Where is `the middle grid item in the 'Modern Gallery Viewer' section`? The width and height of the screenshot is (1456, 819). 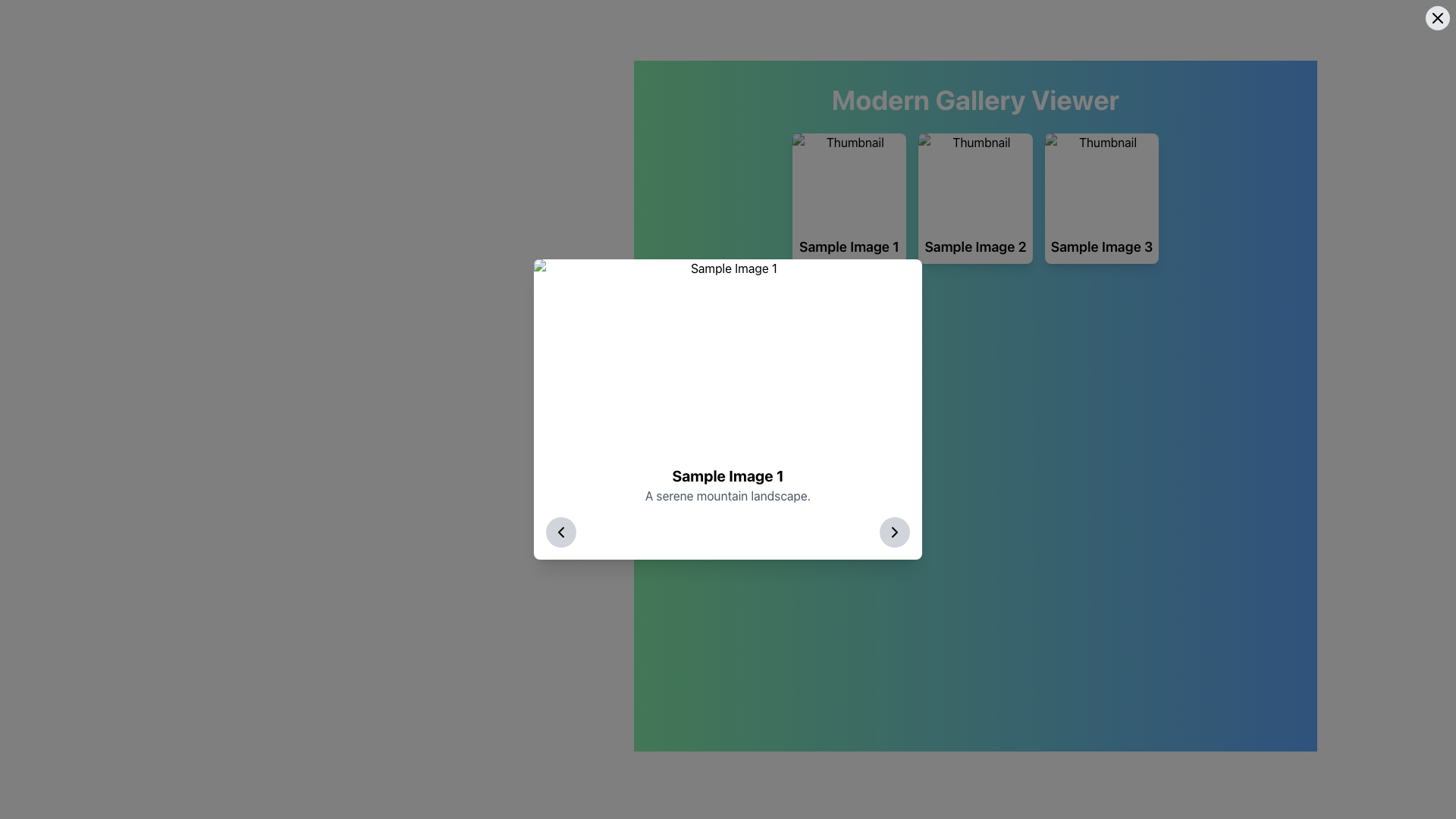
the middle grid item in the 'Modern Gallery Viewer' section is located at coordinates (975, 198).